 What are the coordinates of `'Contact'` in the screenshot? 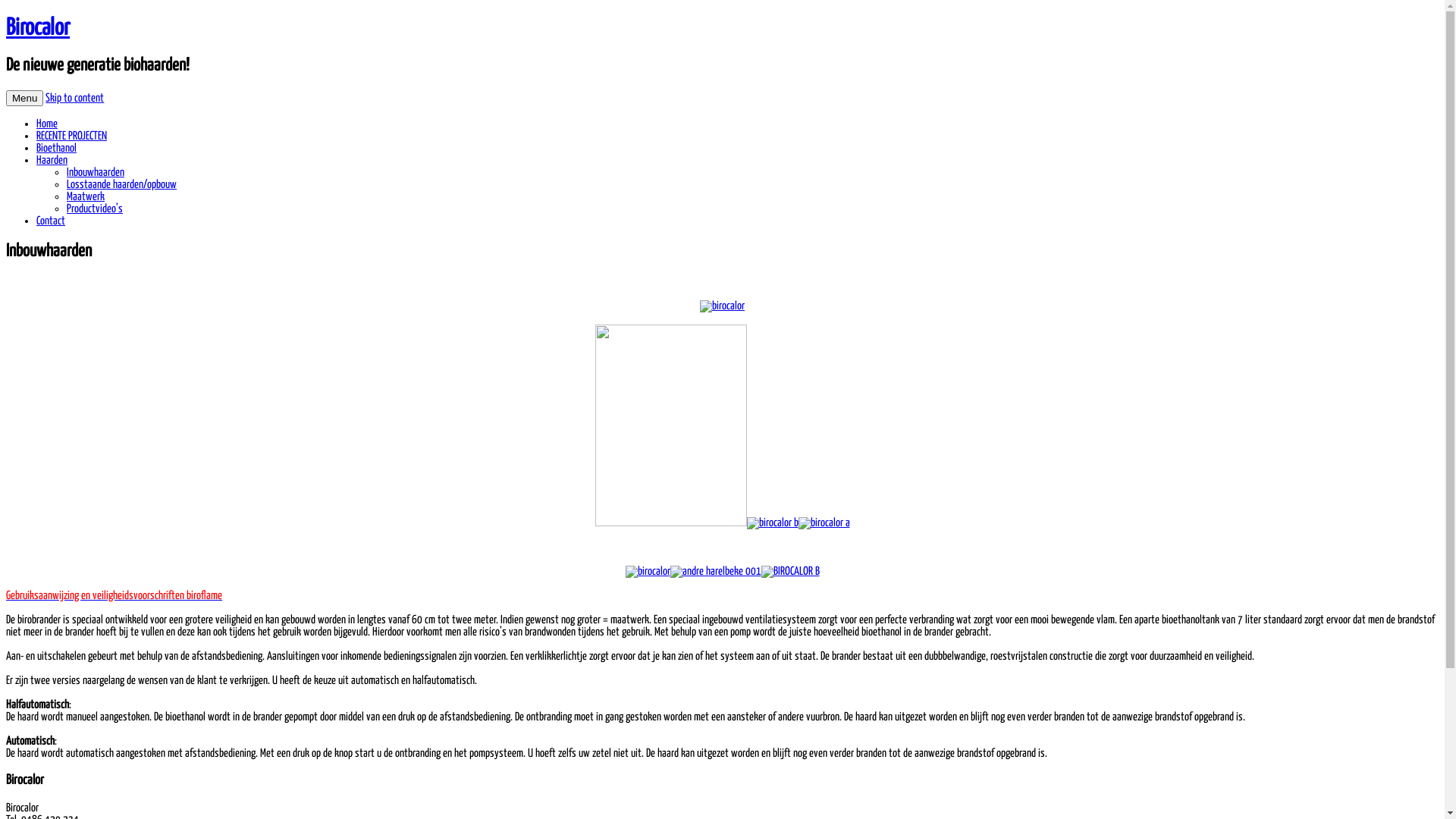 It's located at (51, 221).